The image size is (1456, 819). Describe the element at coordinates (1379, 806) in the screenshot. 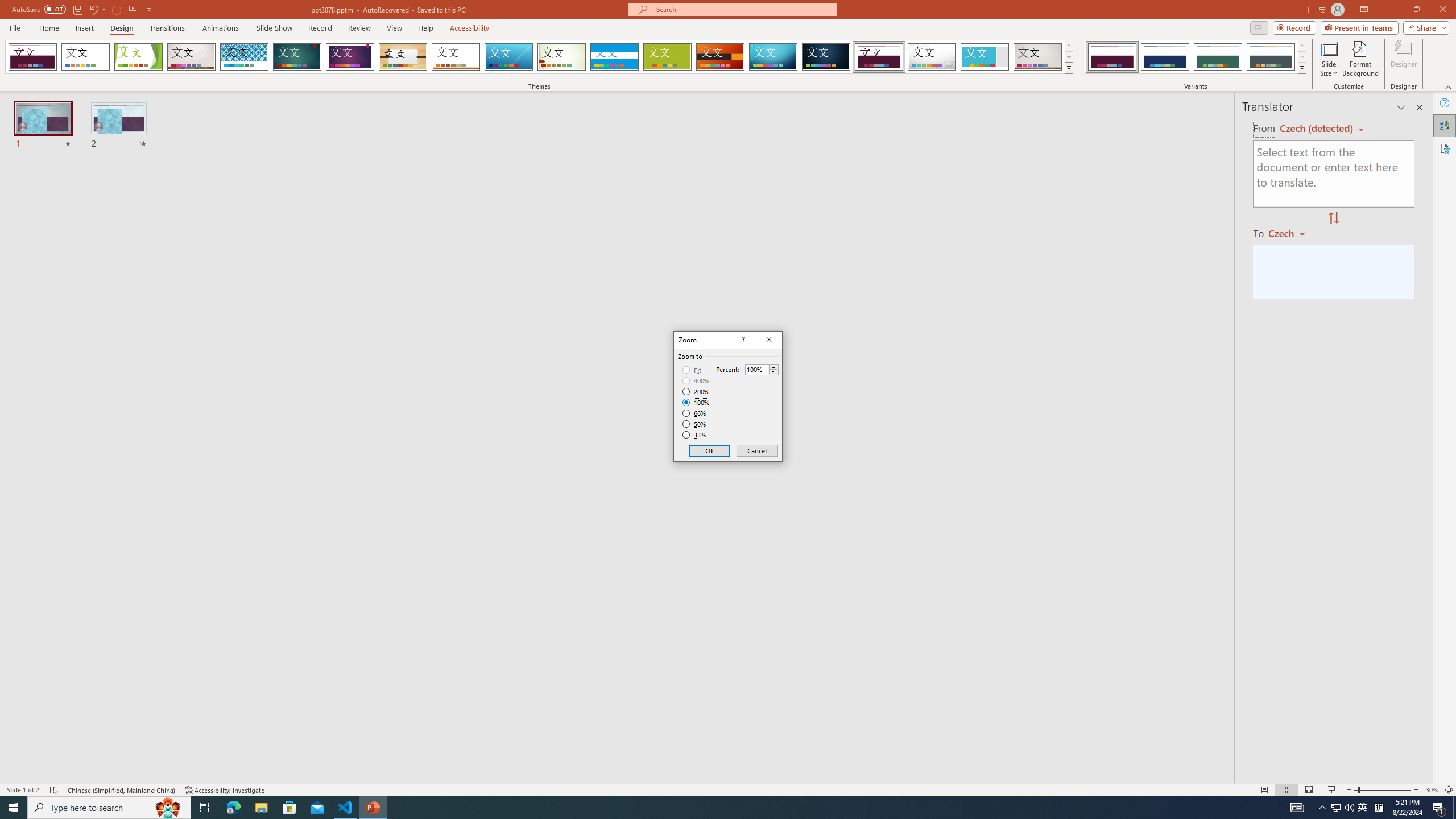

I see `'Tray Input Indicator - Chinese (Simplified, China)'` at that location.